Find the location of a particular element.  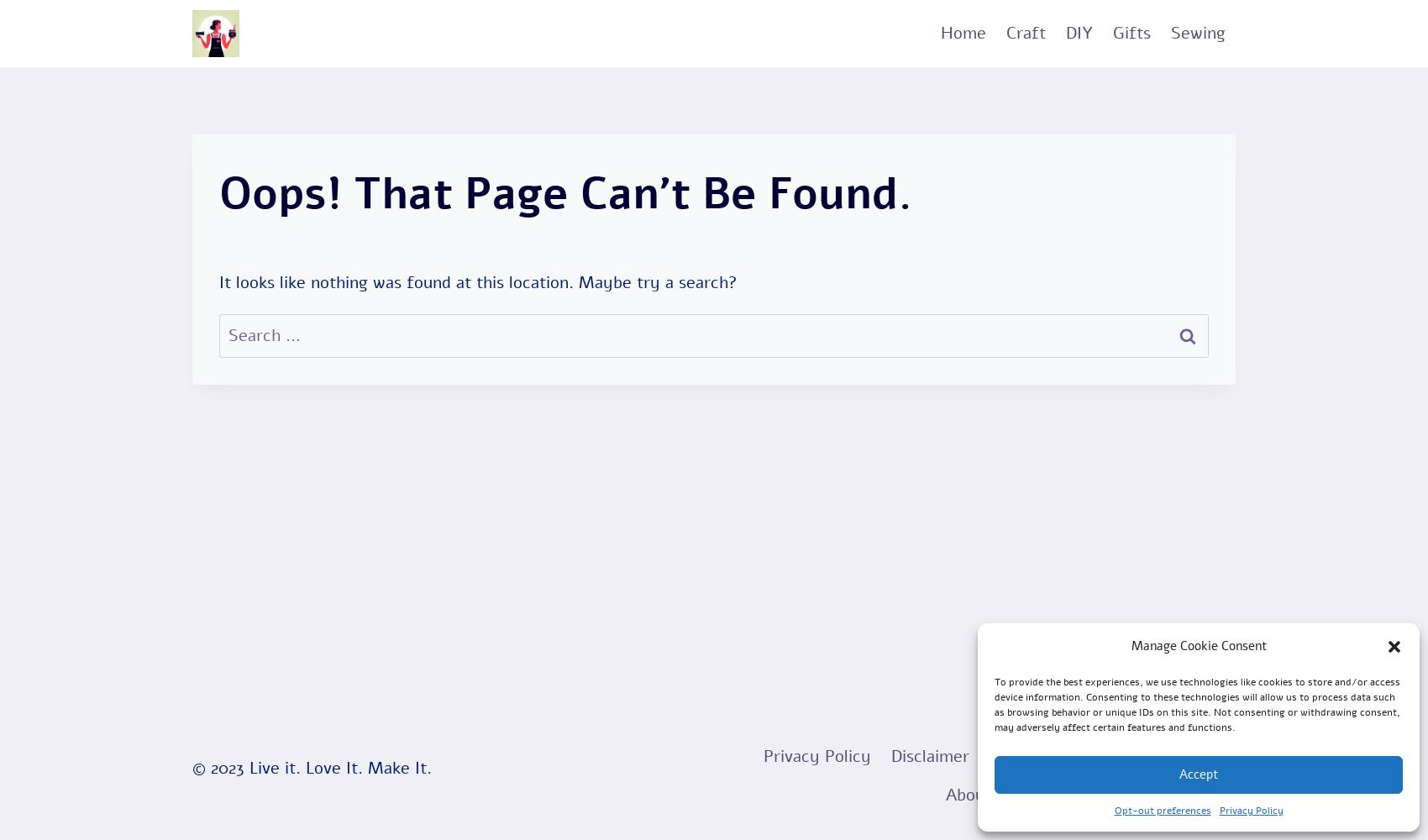

'DIY' is located at coordinates (1079, 33).